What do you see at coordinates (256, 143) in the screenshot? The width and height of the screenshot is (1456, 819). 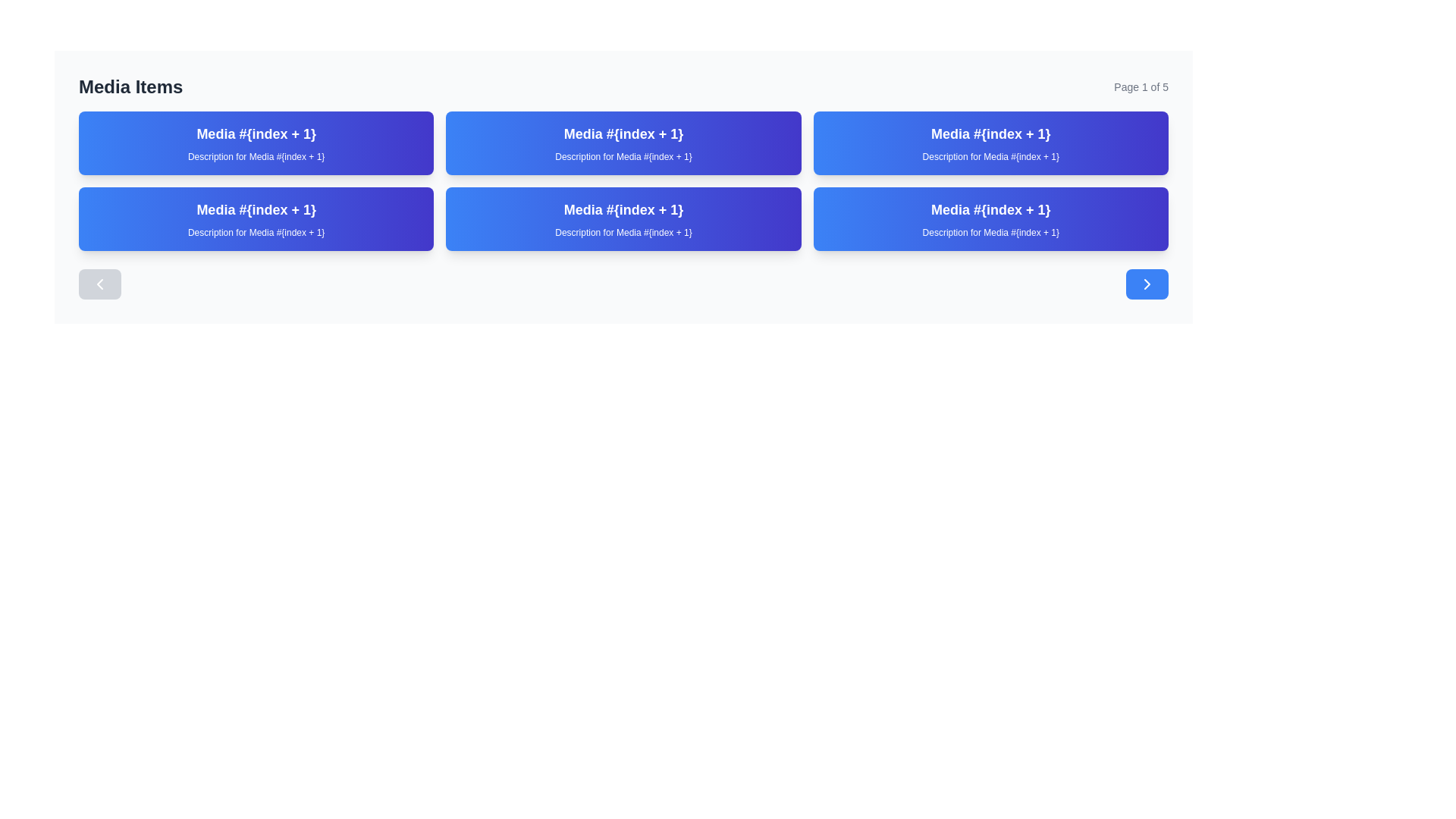 I see `the media card located at the top-left corner of the grid, which displays the title and description of a specific media item` at bounding box center [256, 143].